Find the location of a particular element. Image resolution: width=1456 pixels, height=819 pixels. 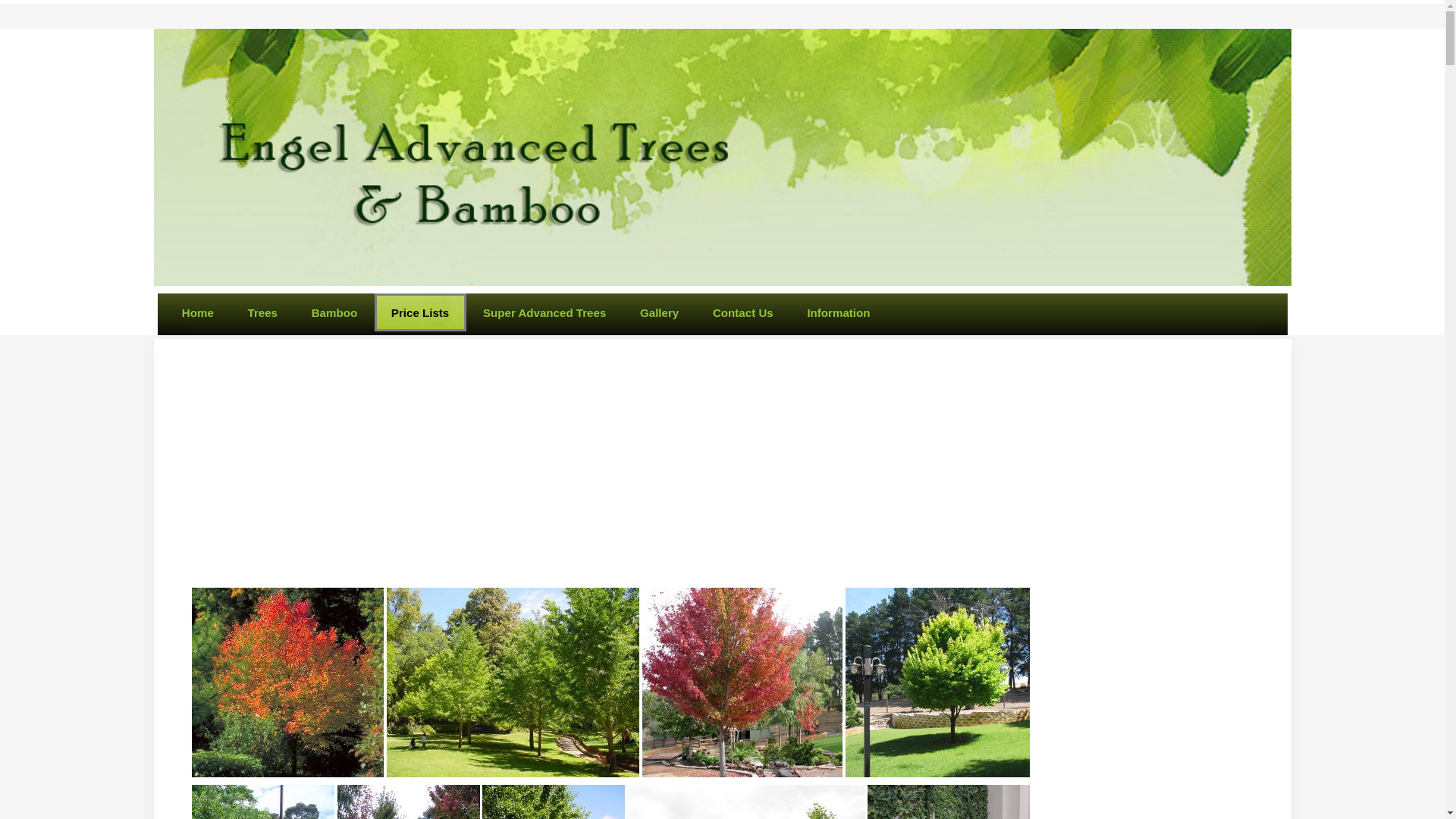

'Contact Us' is located at coordinates (712, 312).